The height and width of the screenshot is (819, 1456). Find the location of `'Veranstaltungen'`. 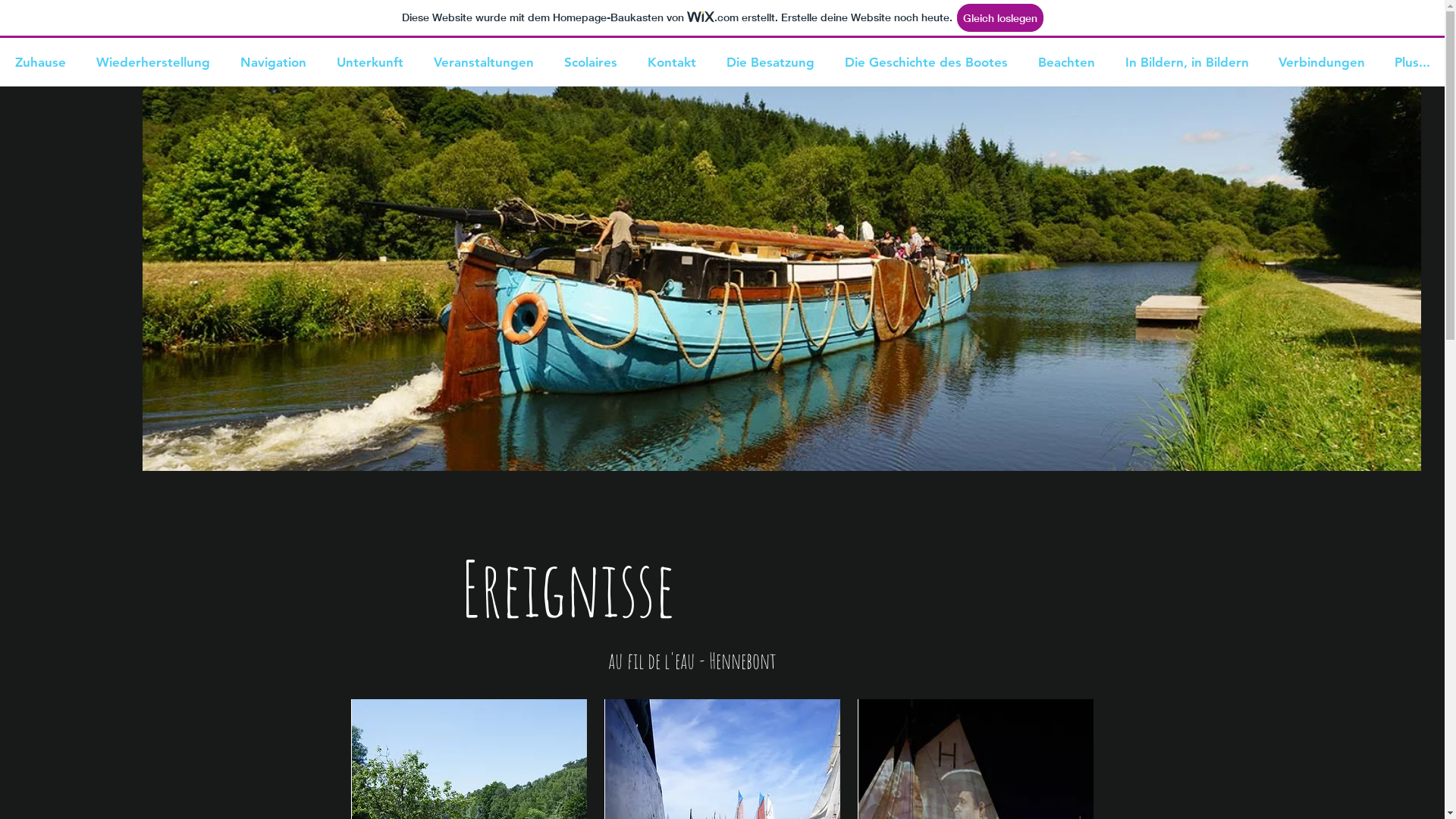

'Veranstaltungen' is located at coordinates (418, 61).